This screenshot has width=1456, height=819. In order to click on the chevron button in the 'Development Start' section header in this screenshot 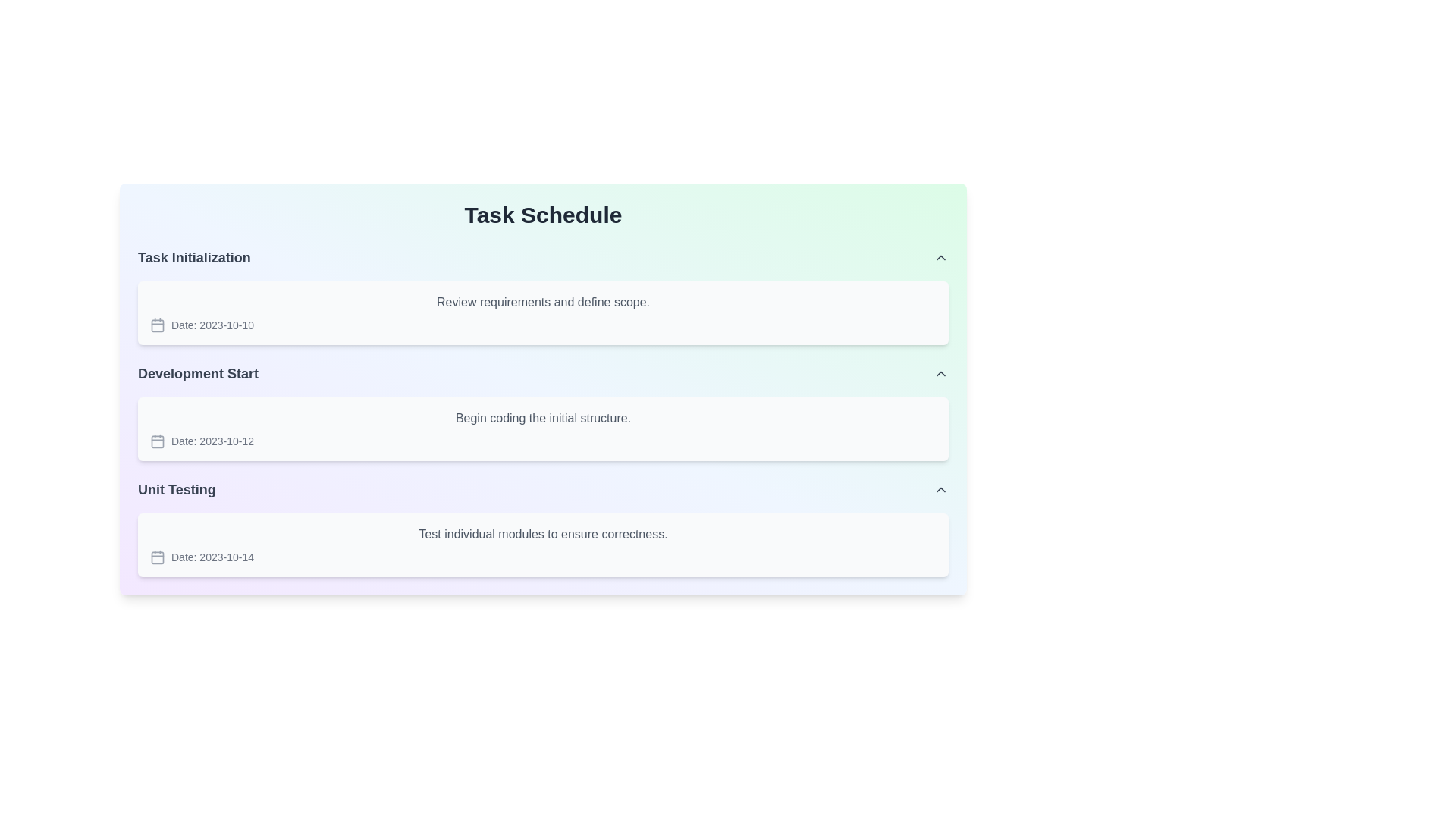, I will do `click(940, 374)`.